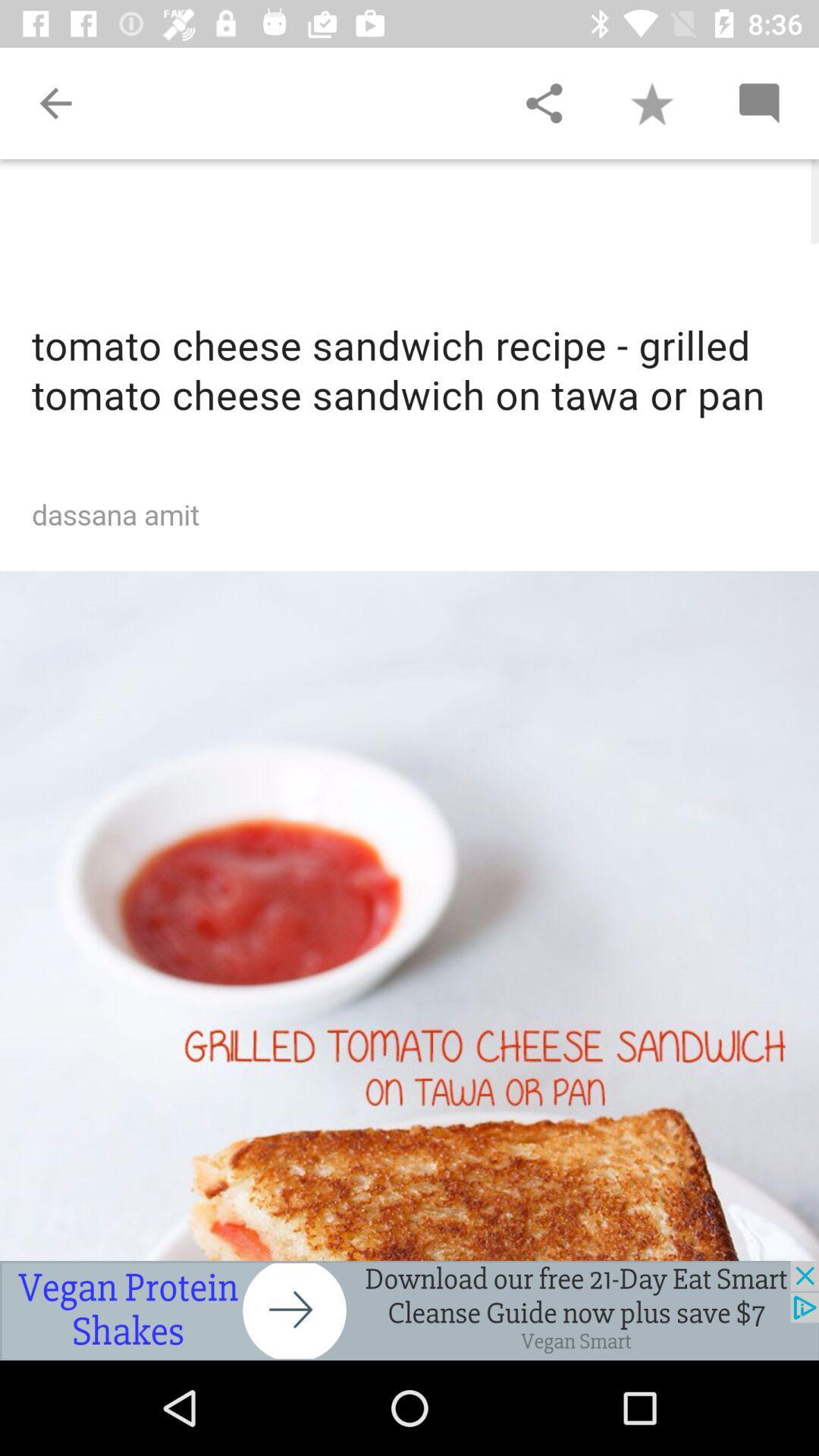 This screenshot has width=819, height=1456. Describe the element at coordinates (758, 102) in the screenshot. I see `open chat` at that location.